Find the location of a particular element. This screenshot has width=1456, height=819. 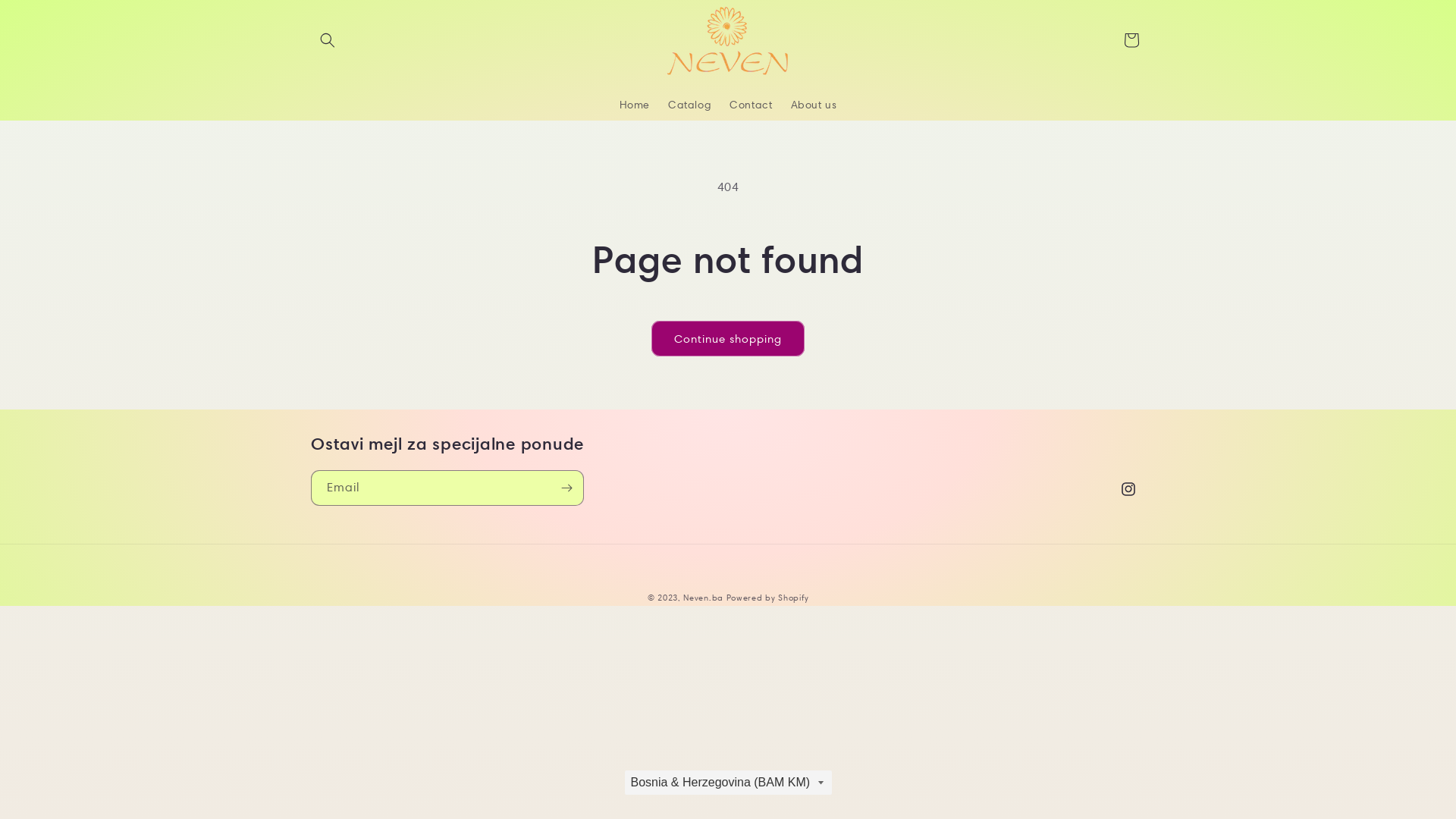

'Neven.ba' is located at coordinates (702, 596).